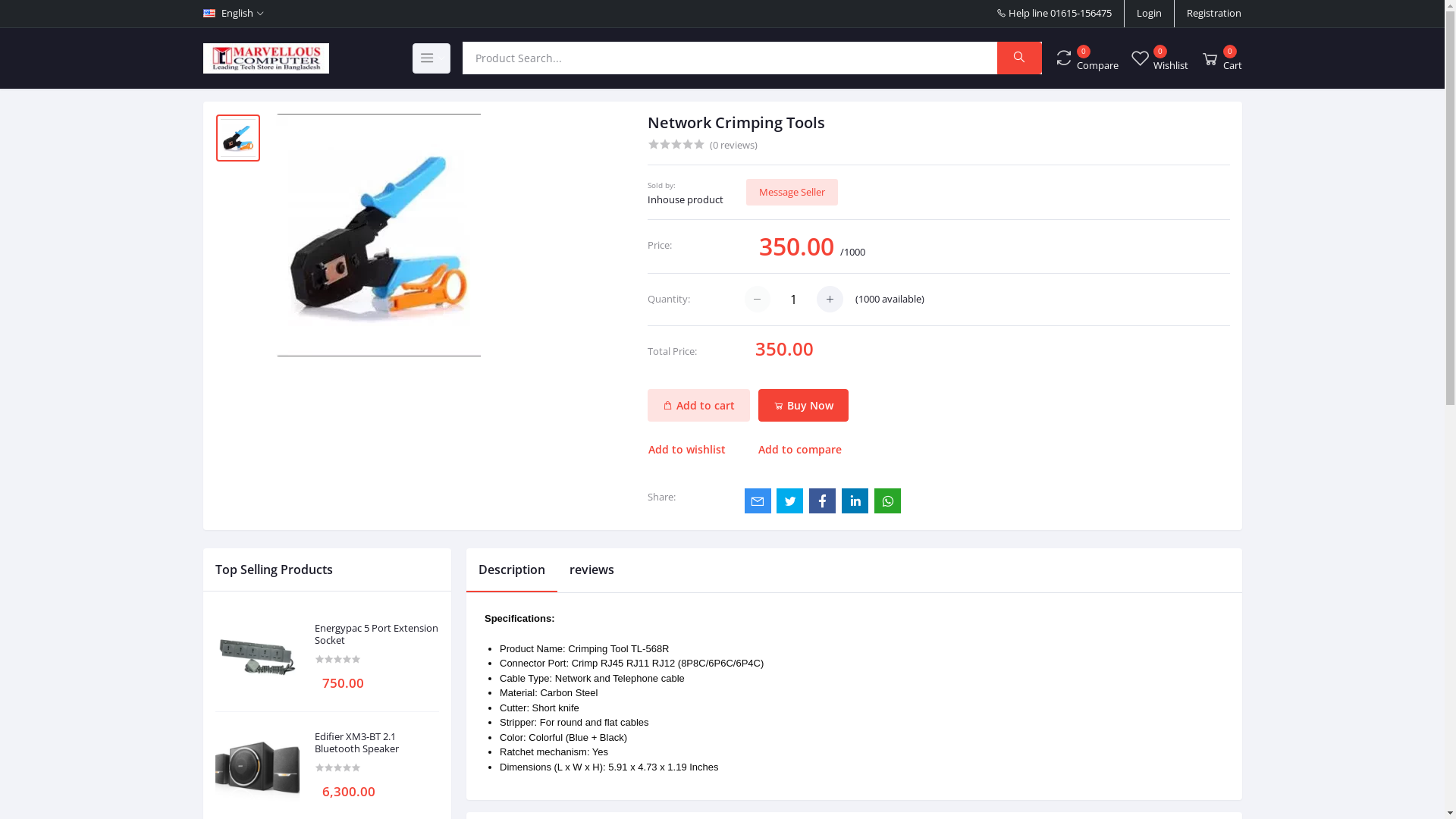 This screenshot has width=1456, height=819. Describe the element at coordinates (799, 449) in the screenshot. I see `'Add to compare'` at that location.